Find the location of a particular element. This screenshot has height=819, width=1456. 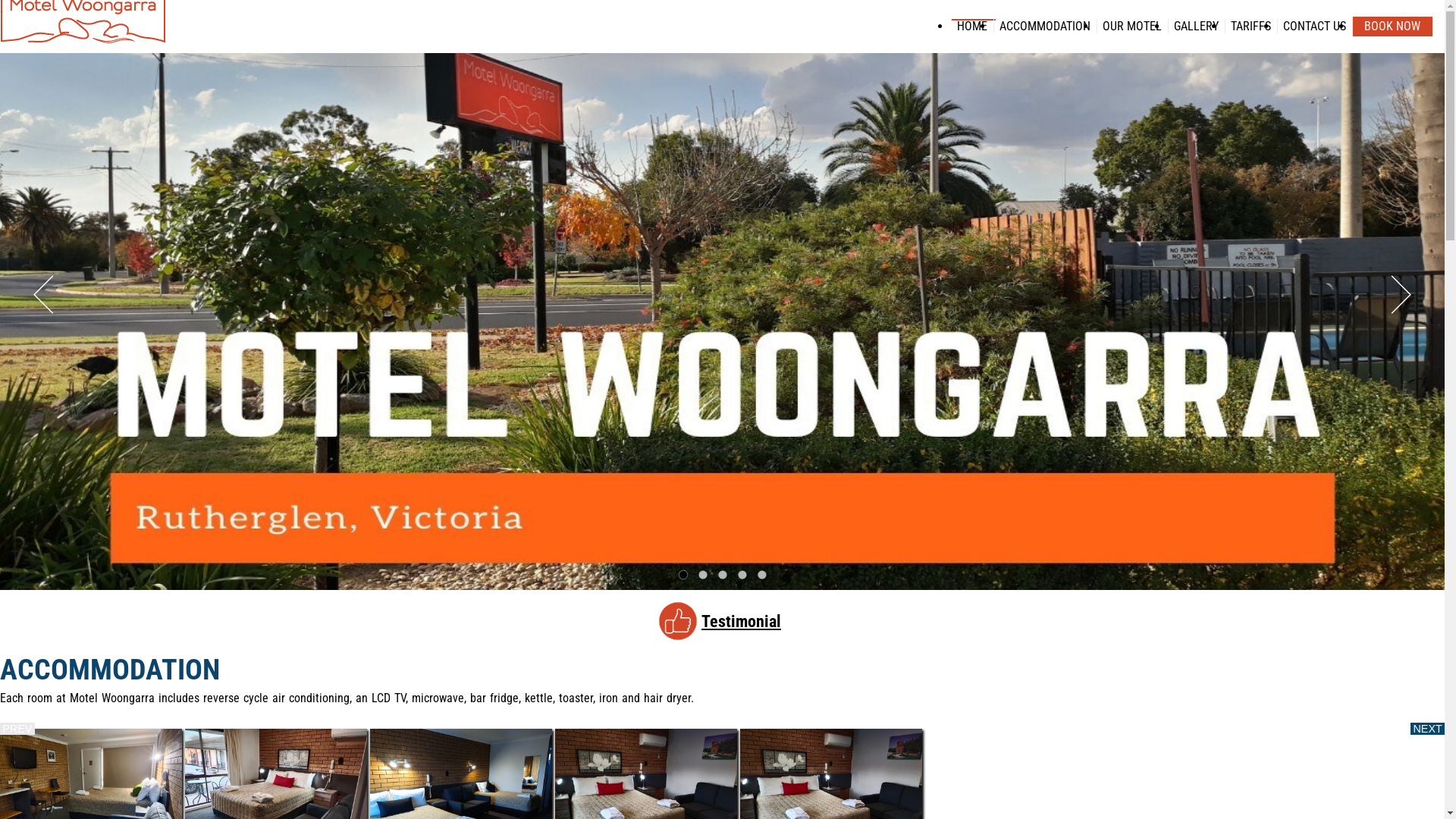

'NEXT' is located at coordinates (1426, 727).